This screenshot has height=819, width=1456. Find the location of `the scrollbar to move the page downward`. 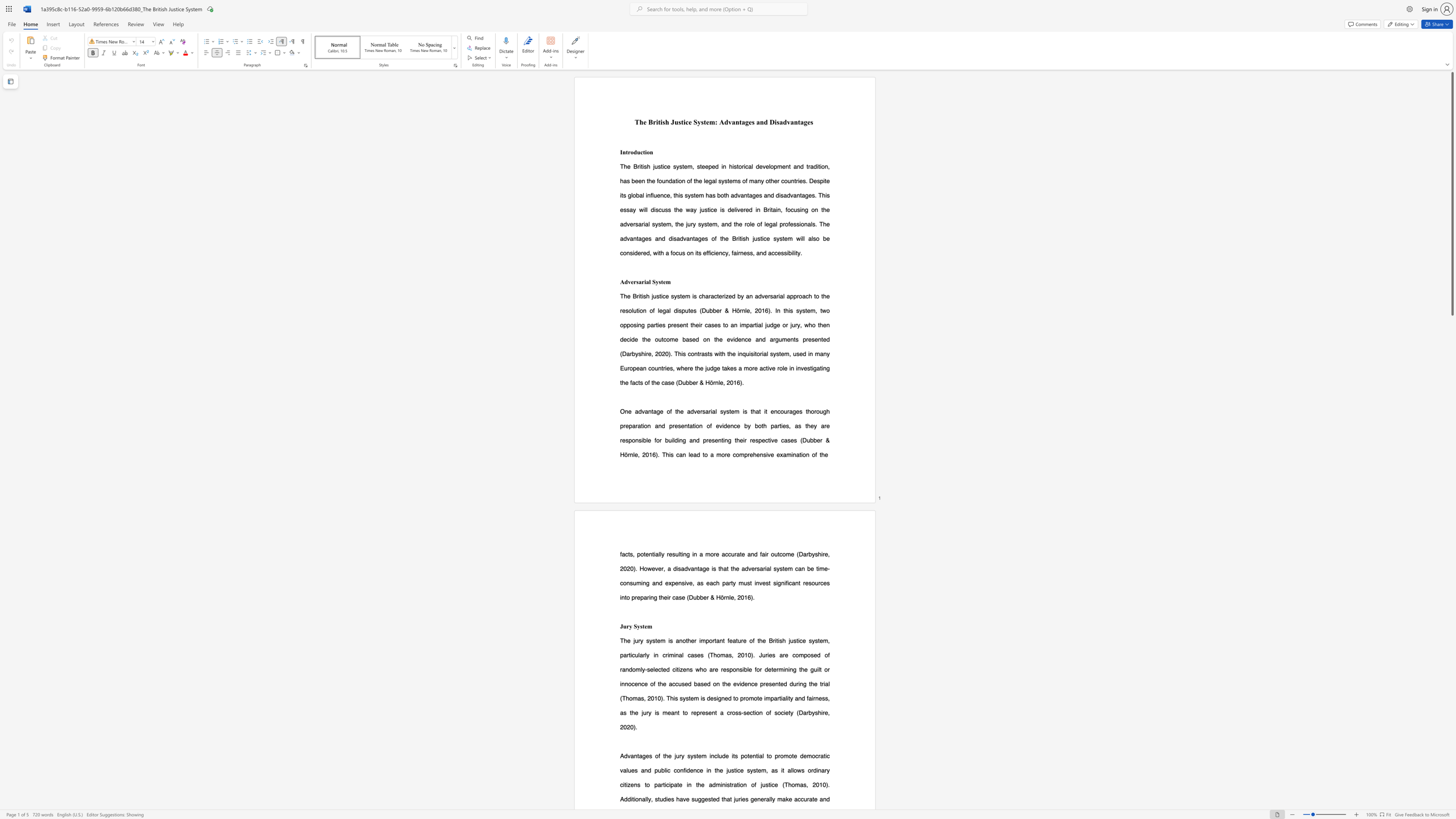

the scrollbar to move the page downward is located at coordinates (1451, 773).